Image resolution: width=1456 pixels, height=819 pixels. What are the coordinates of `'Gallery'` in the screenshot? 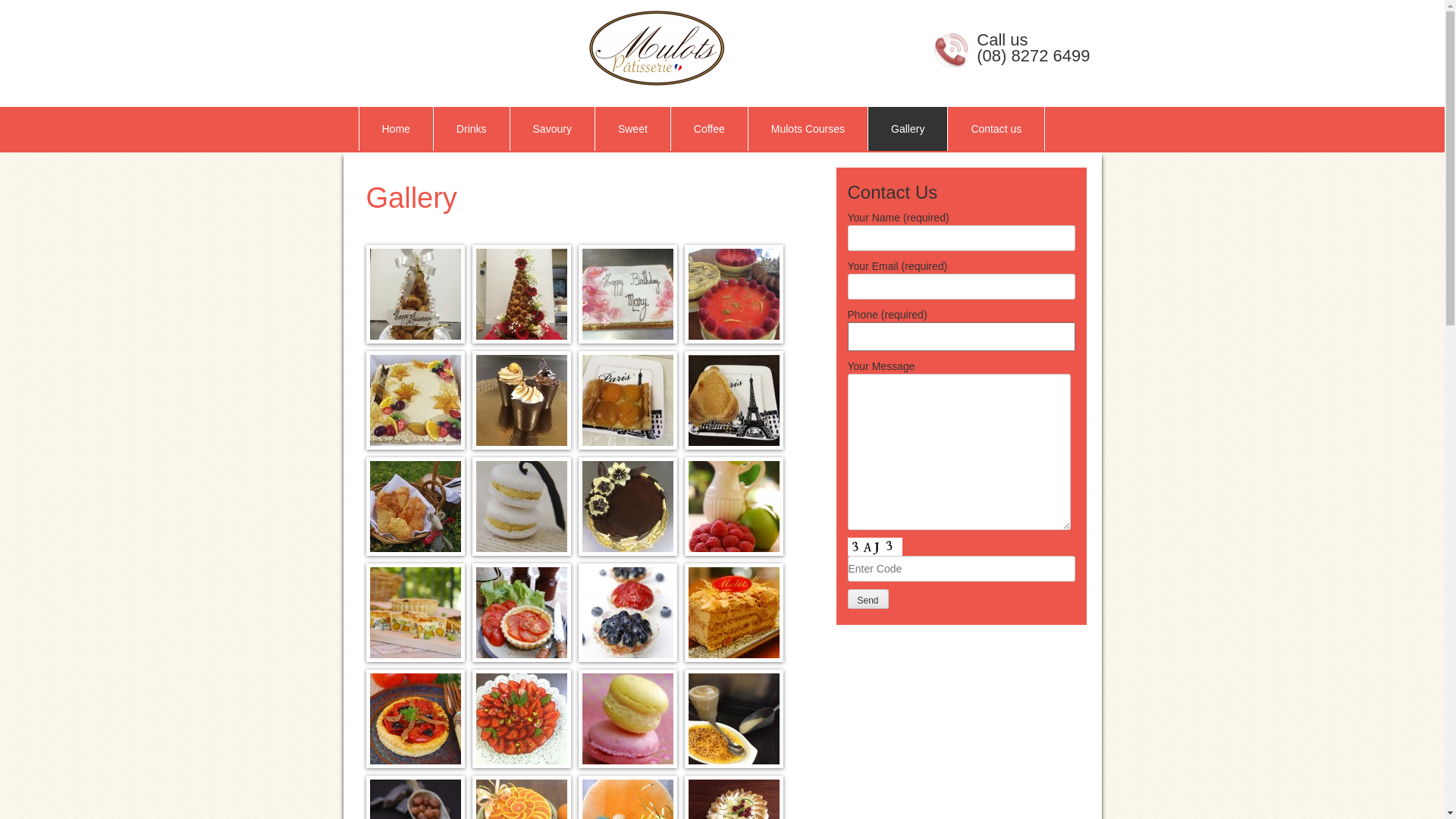 It's located at (907, 127).